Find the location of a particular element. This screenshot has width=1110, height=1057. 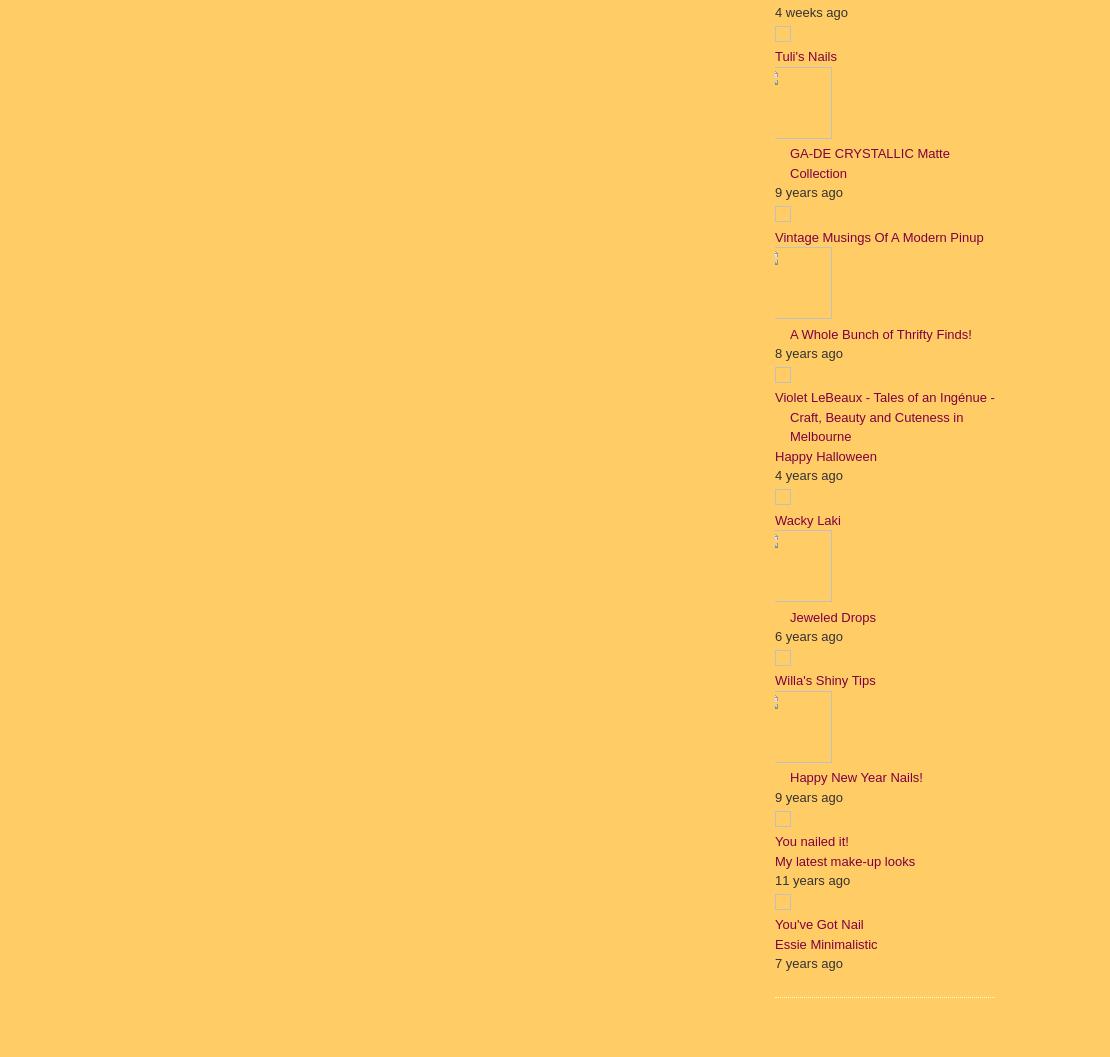

'Violet LeBeaux - Tales of an Ingénue - Craft, Beauty and Cuteness in Melbourne' is located at coordinates (774, 415).